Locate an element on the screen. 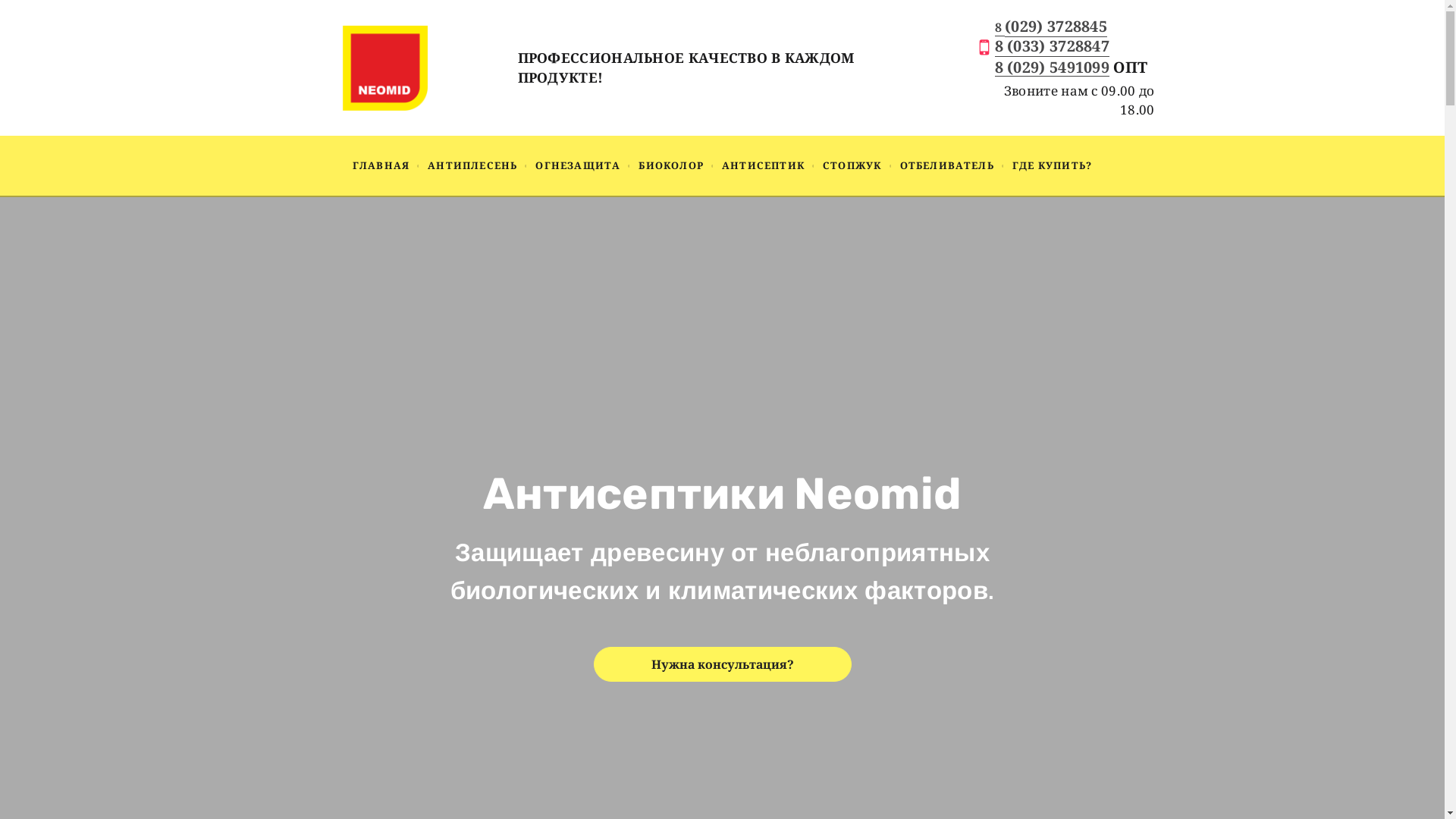  '8' is located at coordinates (1000, 27).